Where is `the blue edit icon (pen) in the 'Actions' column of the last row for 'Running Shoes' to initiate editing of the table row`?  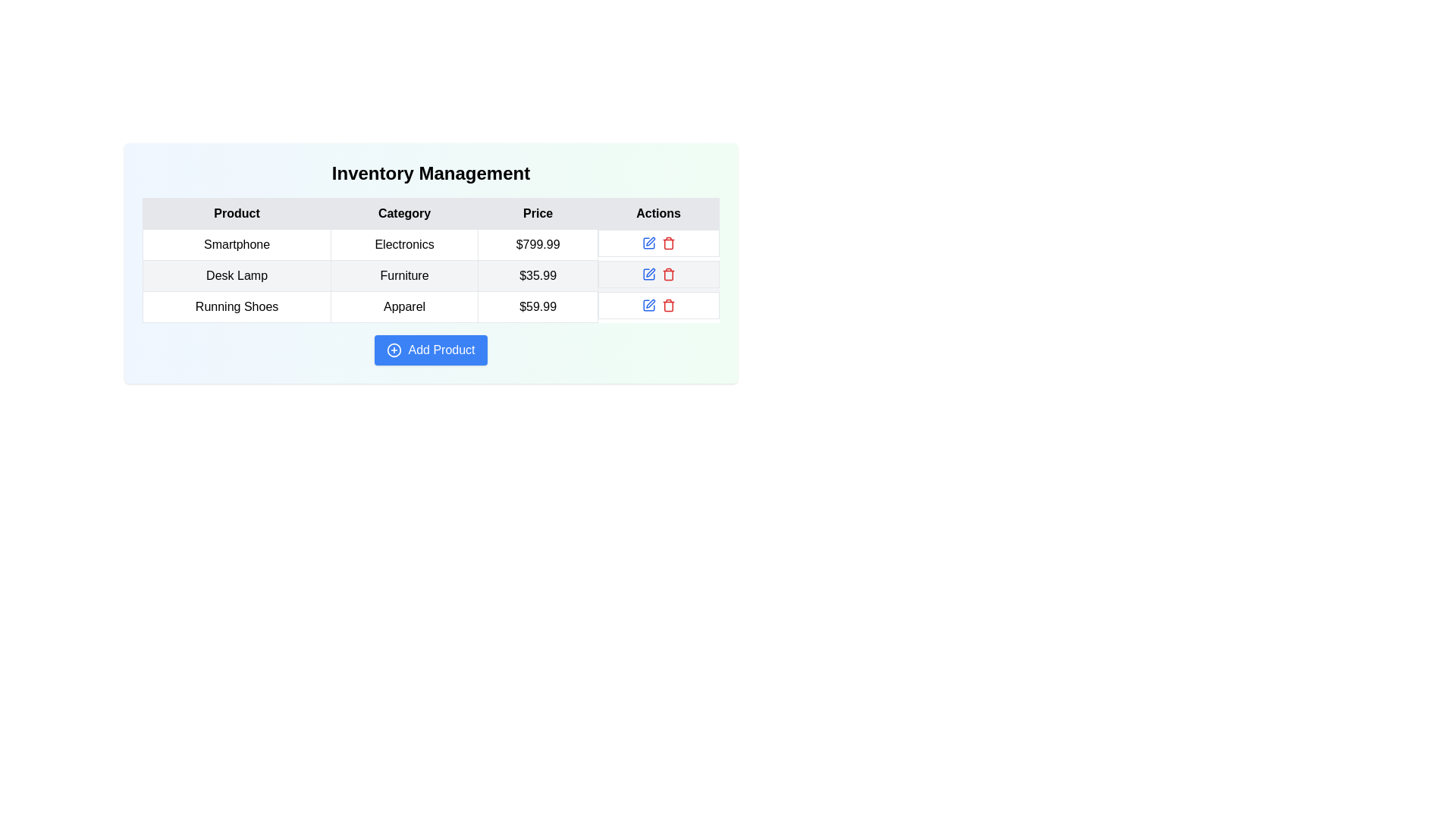 the blue edit icon (pen) in the 'Actions' column of the last row for 'Running Shoes' to initiate editing of the table row is located at coordinates (651, 303).